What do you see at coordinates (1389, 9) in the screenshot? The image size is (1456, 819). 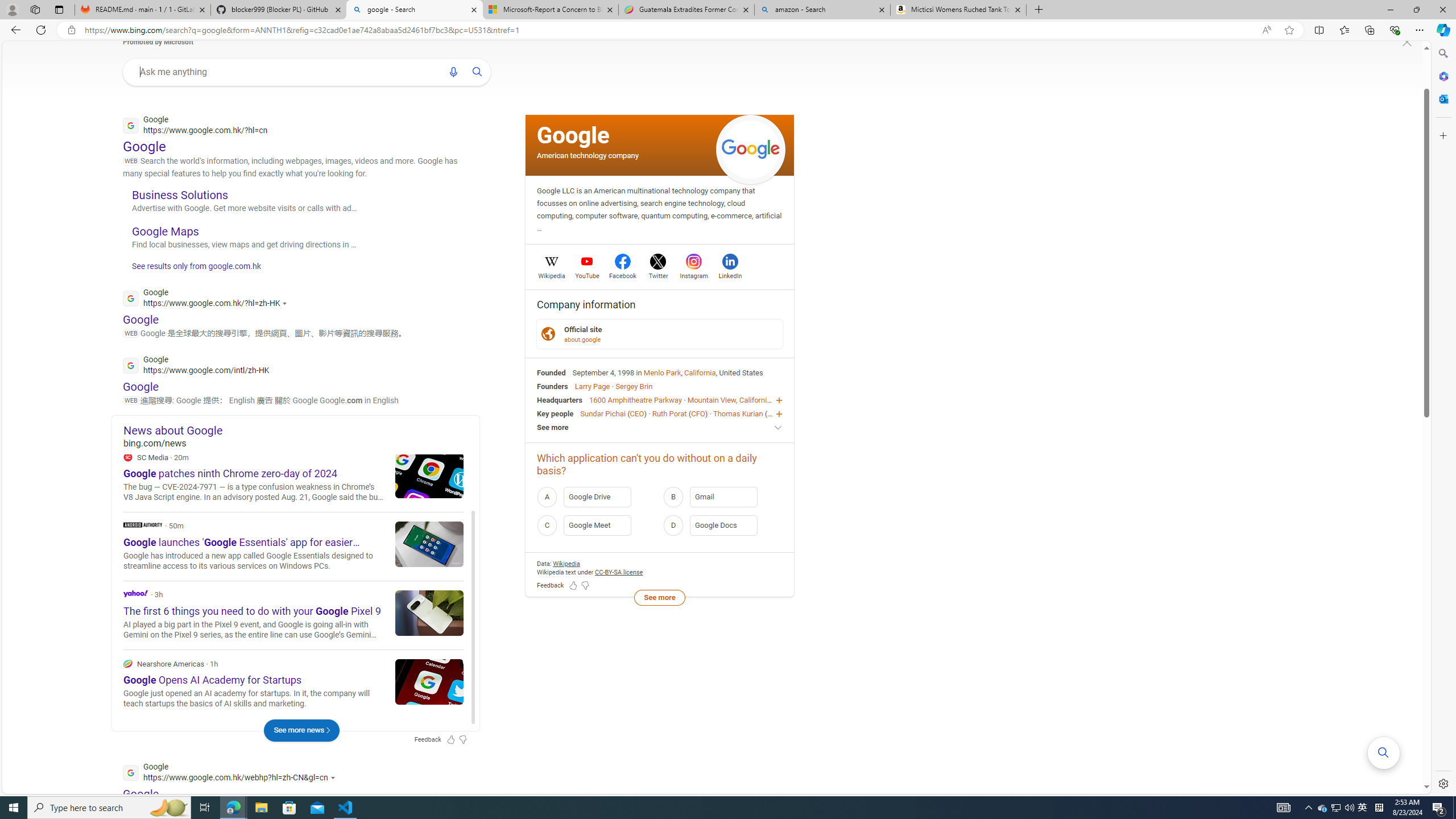 I see `'Minimize'` at bounding box center [1389, 9].